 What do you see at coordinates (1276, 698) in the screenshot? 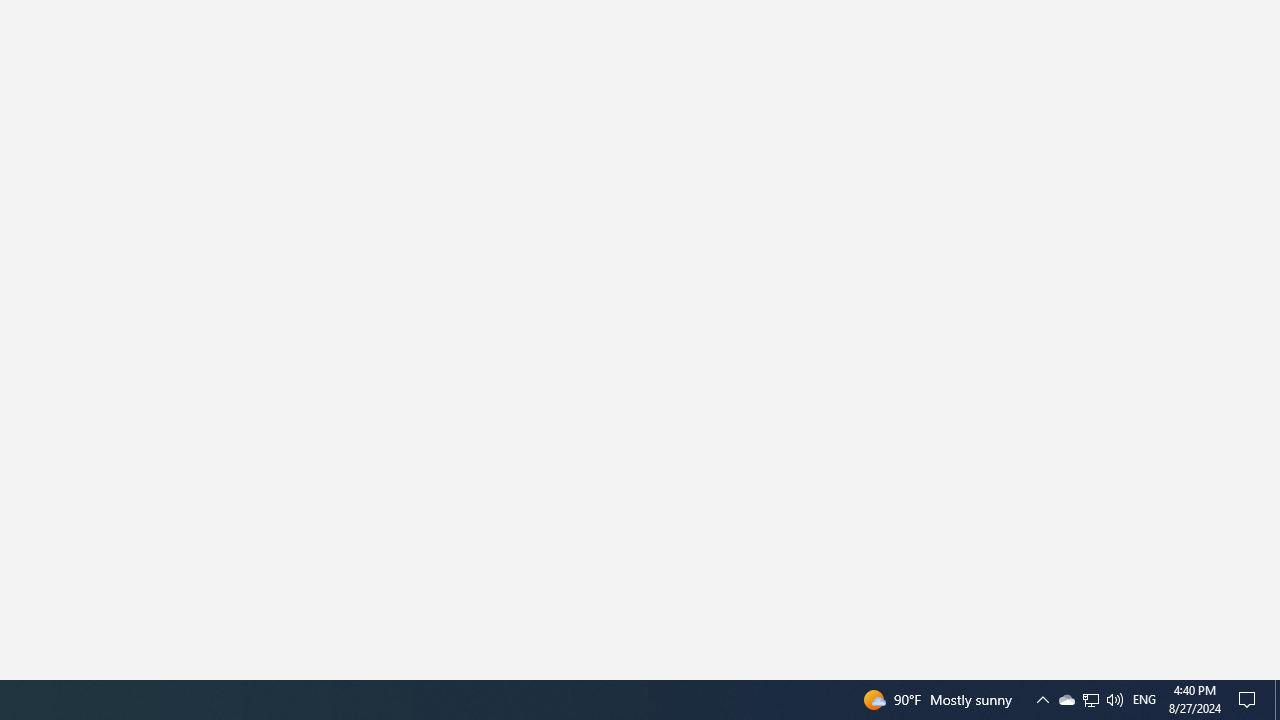
I see `'Show desktop'` at bounding box center [1276, 698].